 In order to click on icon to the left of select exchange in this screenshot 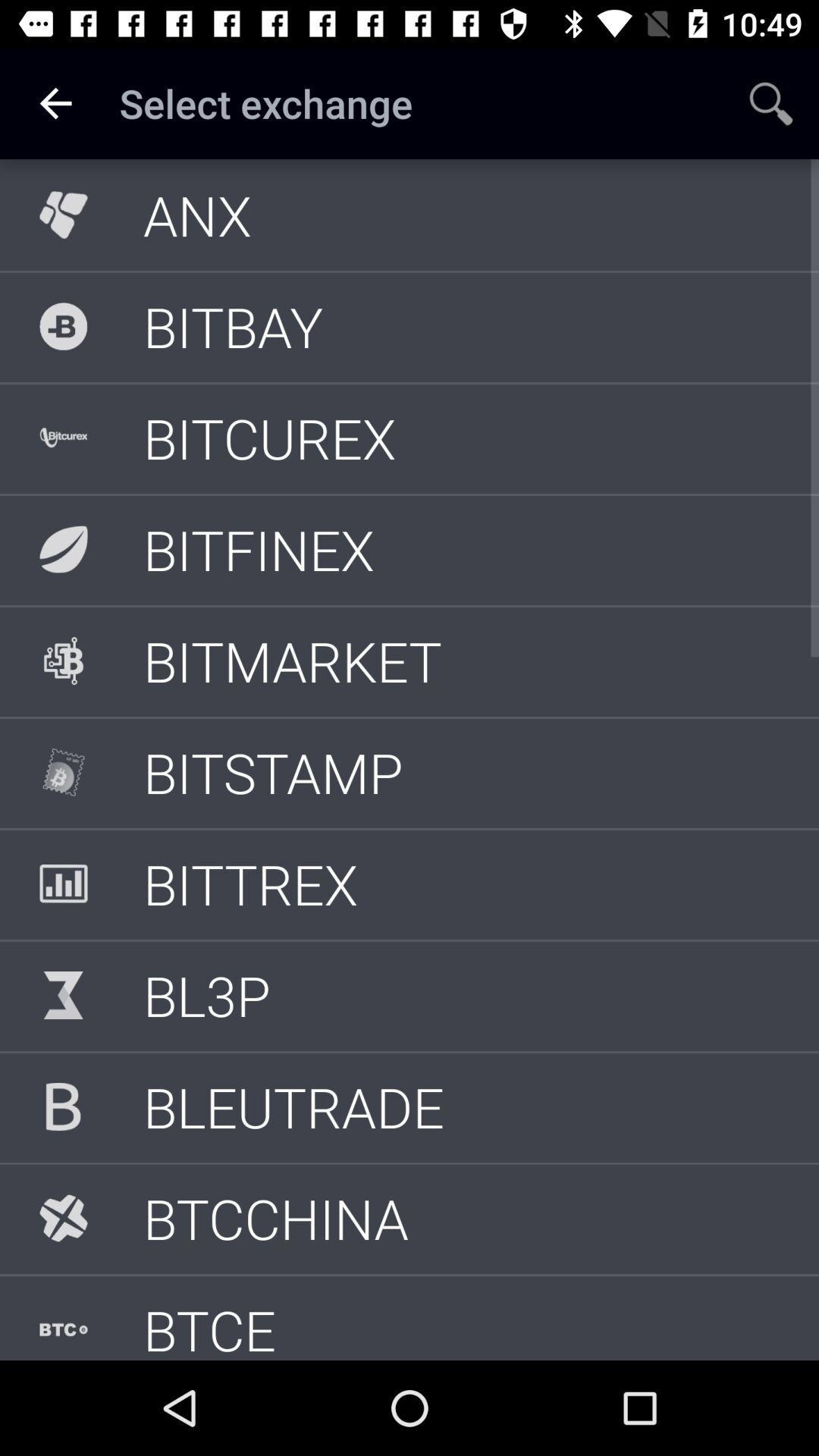, I will do `click(55, 102)`.